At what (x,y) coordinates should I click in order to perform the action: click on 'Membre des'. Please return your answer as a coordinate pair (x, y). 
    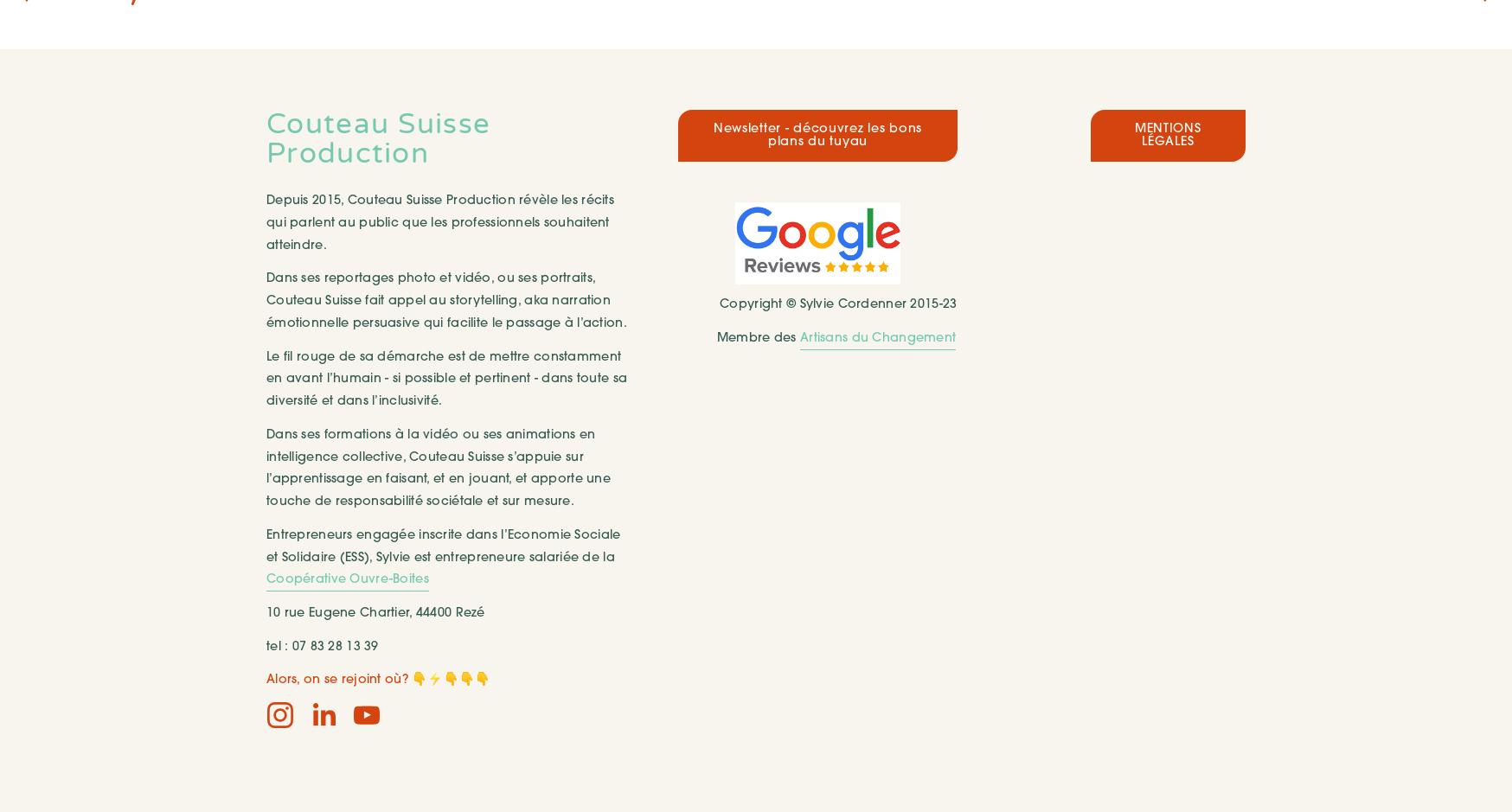
    Looking at the image, I should click on (757, 337).